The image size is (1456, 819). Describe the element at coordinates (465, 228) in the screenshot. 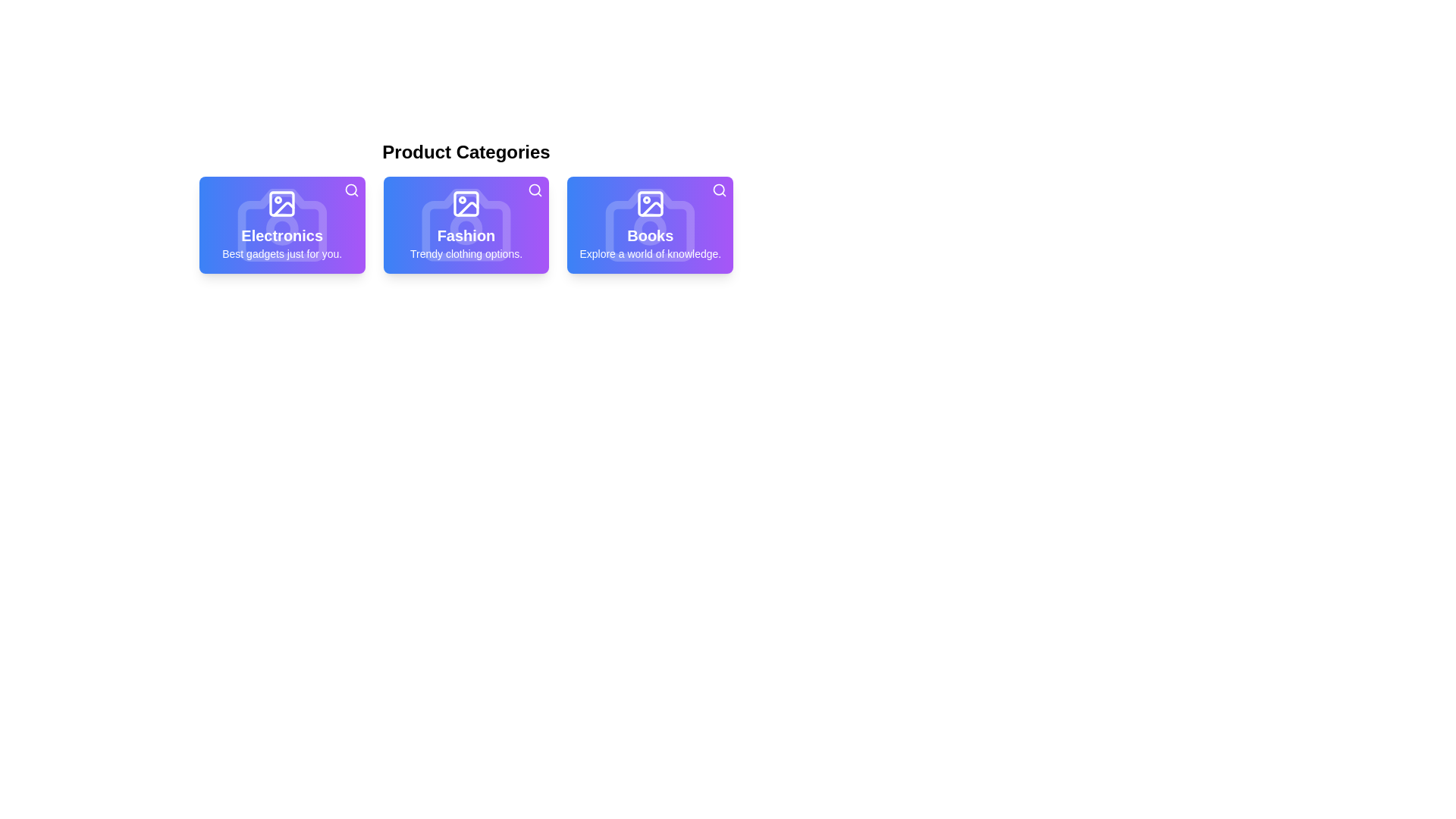

I see `the decorative circular SVG graphic element with a white stroke located at the center of the camera icon on the 'Fashion' card` at that location.